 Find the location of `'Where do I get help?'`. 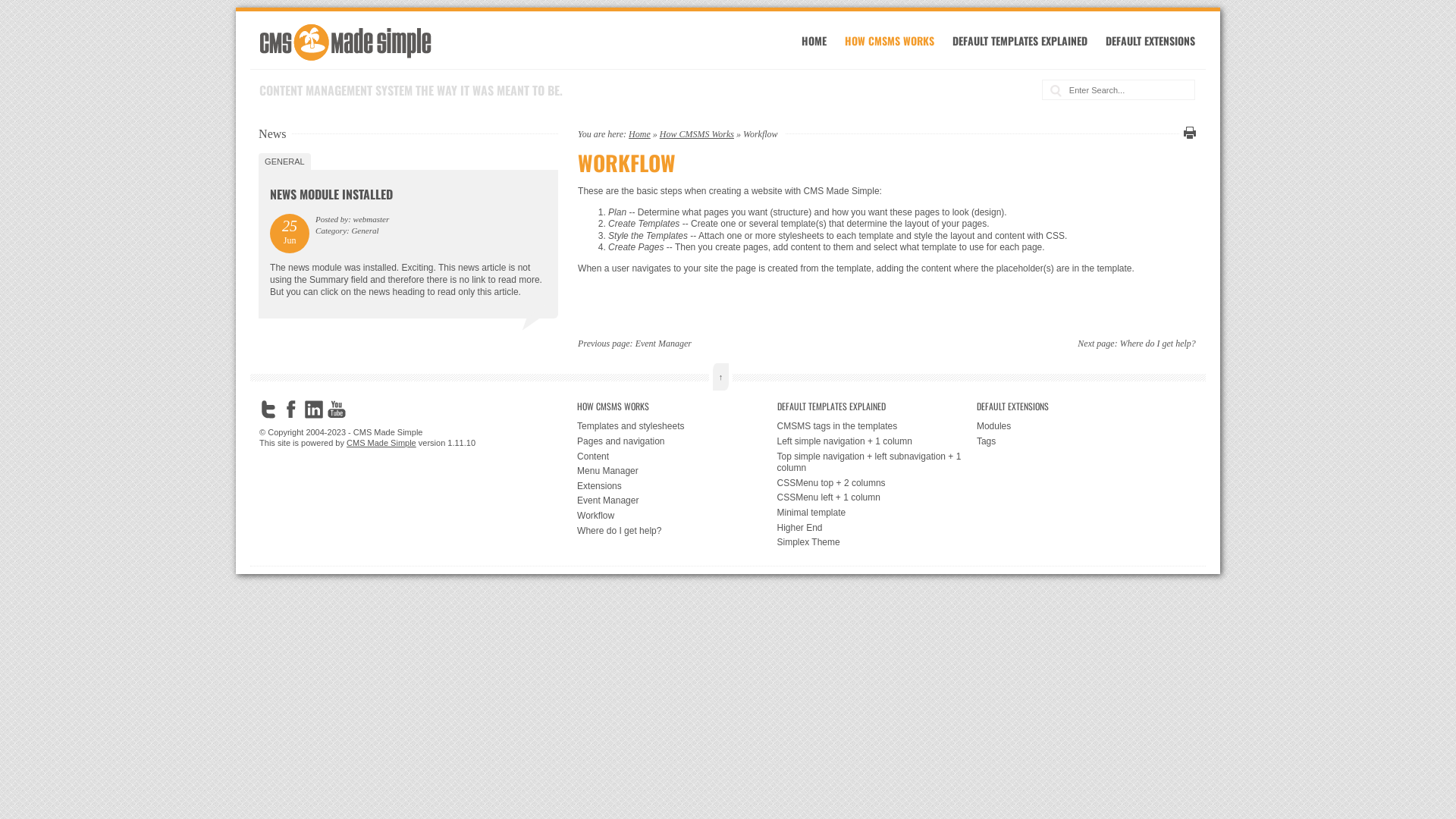

'Where do I get help?' is located at coordinates (676, 531).